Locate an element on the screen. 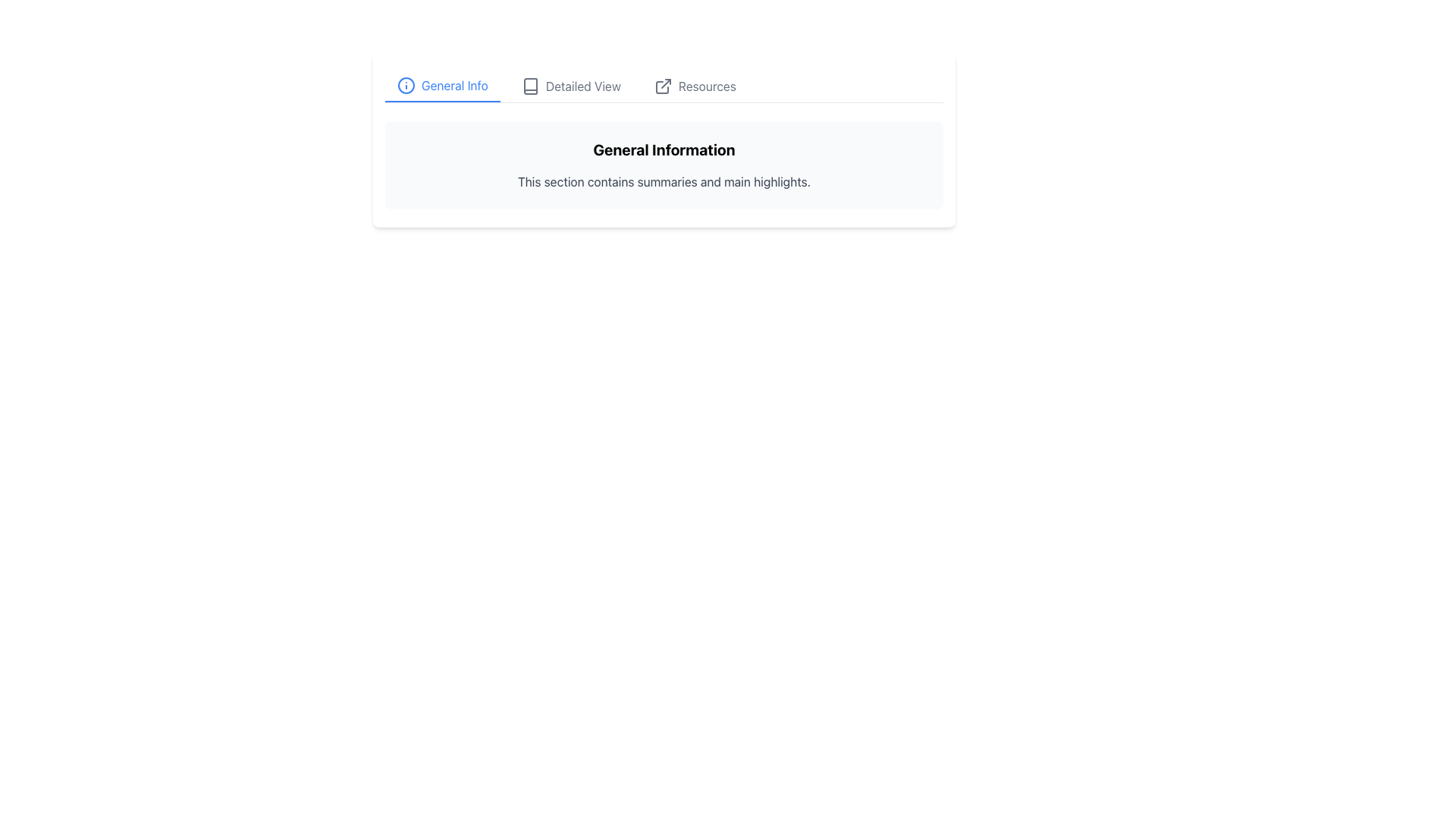 The image size is (1456, 819). the central circular shape of the SVG Circle located at the top-left corner of the content block, which serves as a visual cue for users is located at coordinates (406, 85).